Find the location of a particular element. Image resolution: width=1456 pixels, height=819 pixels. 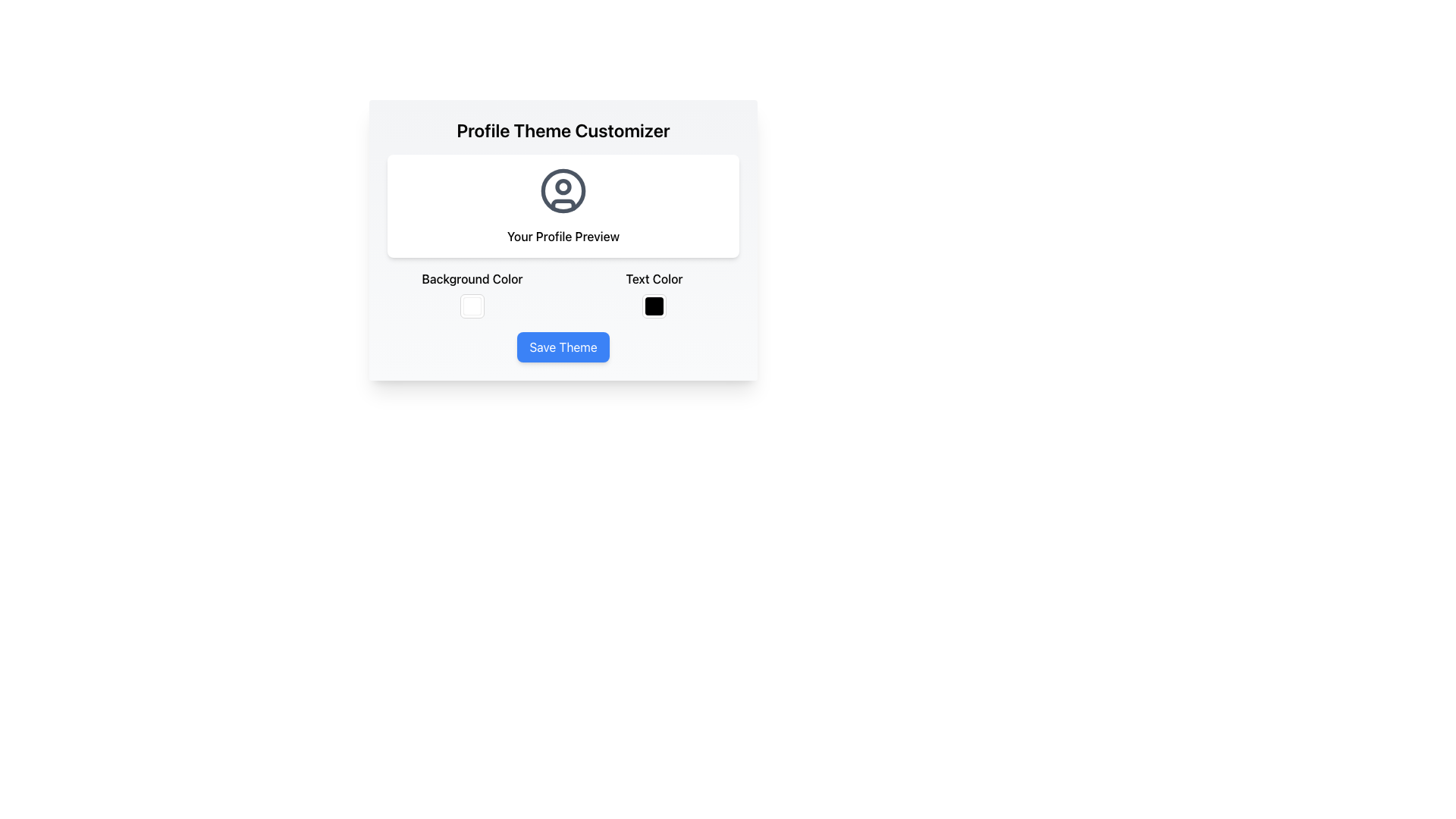

the circular user silhouette icon with a gray outline located in the 'Your Profile Preview' section, above the 'Your Profile Preview' text is located at coordinates (563, 190).